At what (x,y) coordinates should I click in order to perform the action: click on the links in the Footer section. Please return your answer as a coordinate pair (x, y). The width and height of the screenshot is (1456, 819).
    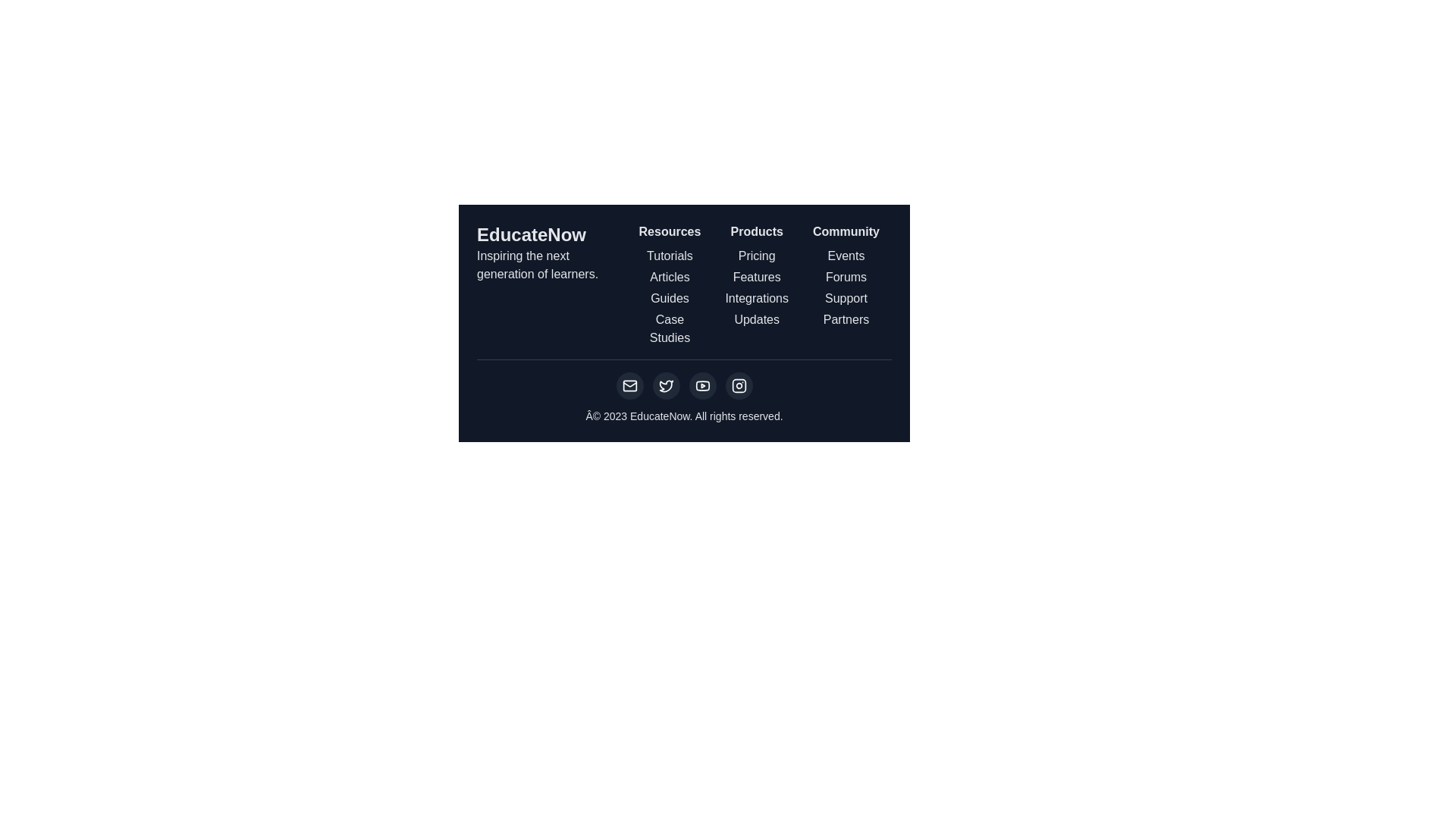
    Looking at the image, I should click on (683, 322).